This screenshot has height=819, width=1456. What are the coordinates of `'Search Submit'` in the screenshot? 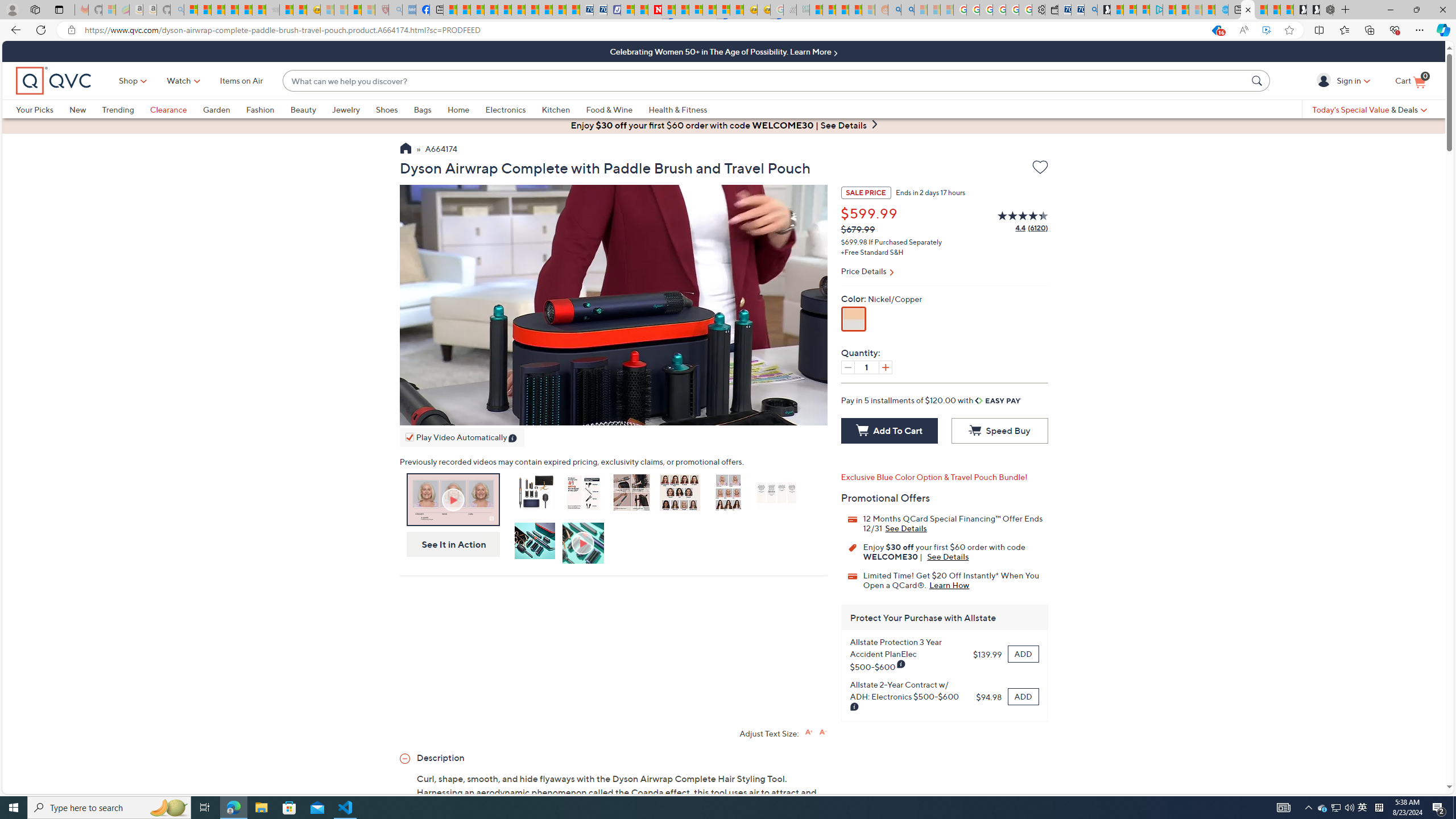 It's located at (1259, 80).